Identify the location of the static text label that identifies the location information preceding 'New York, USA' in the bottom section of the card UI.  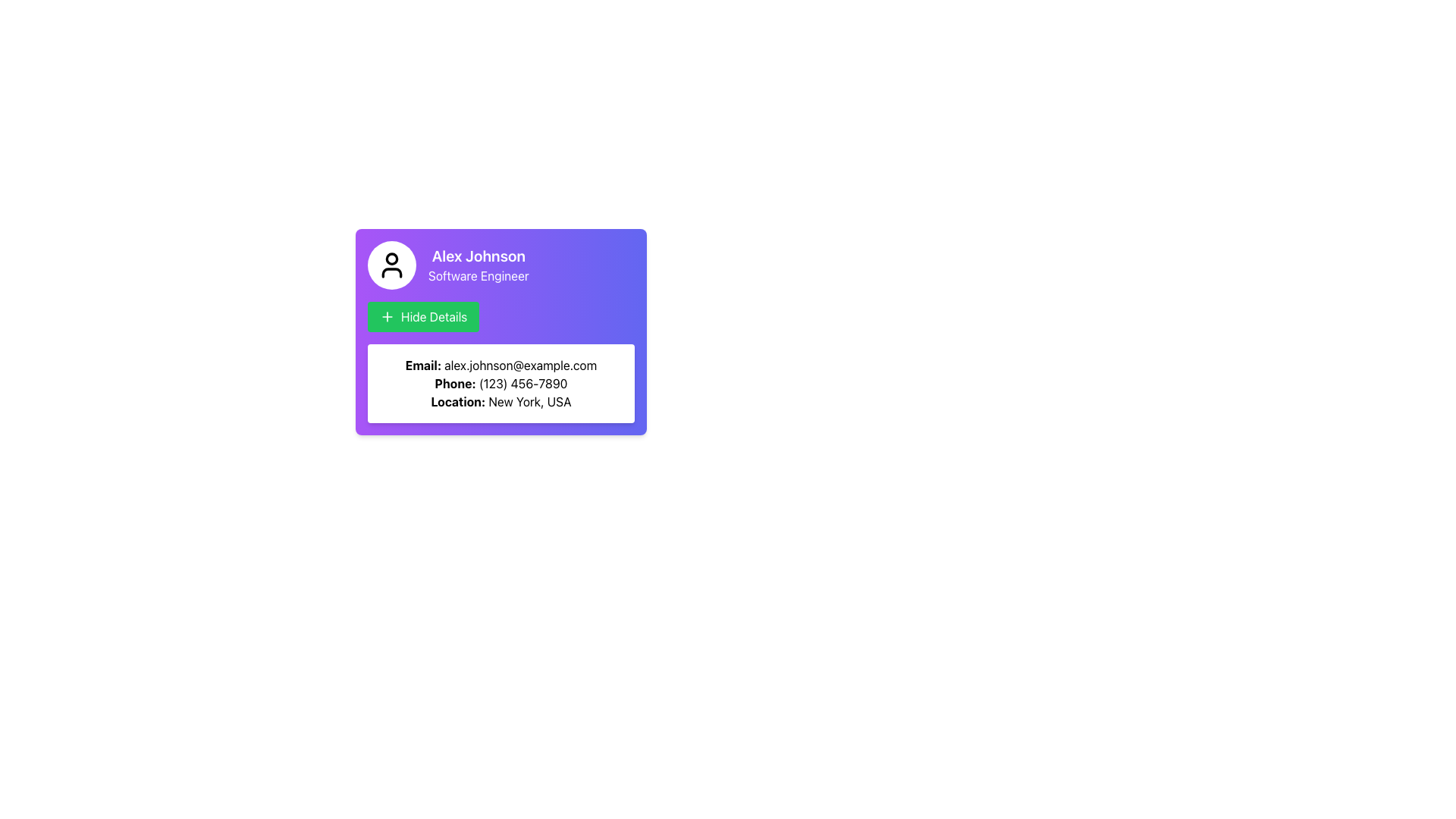
(457, 400).